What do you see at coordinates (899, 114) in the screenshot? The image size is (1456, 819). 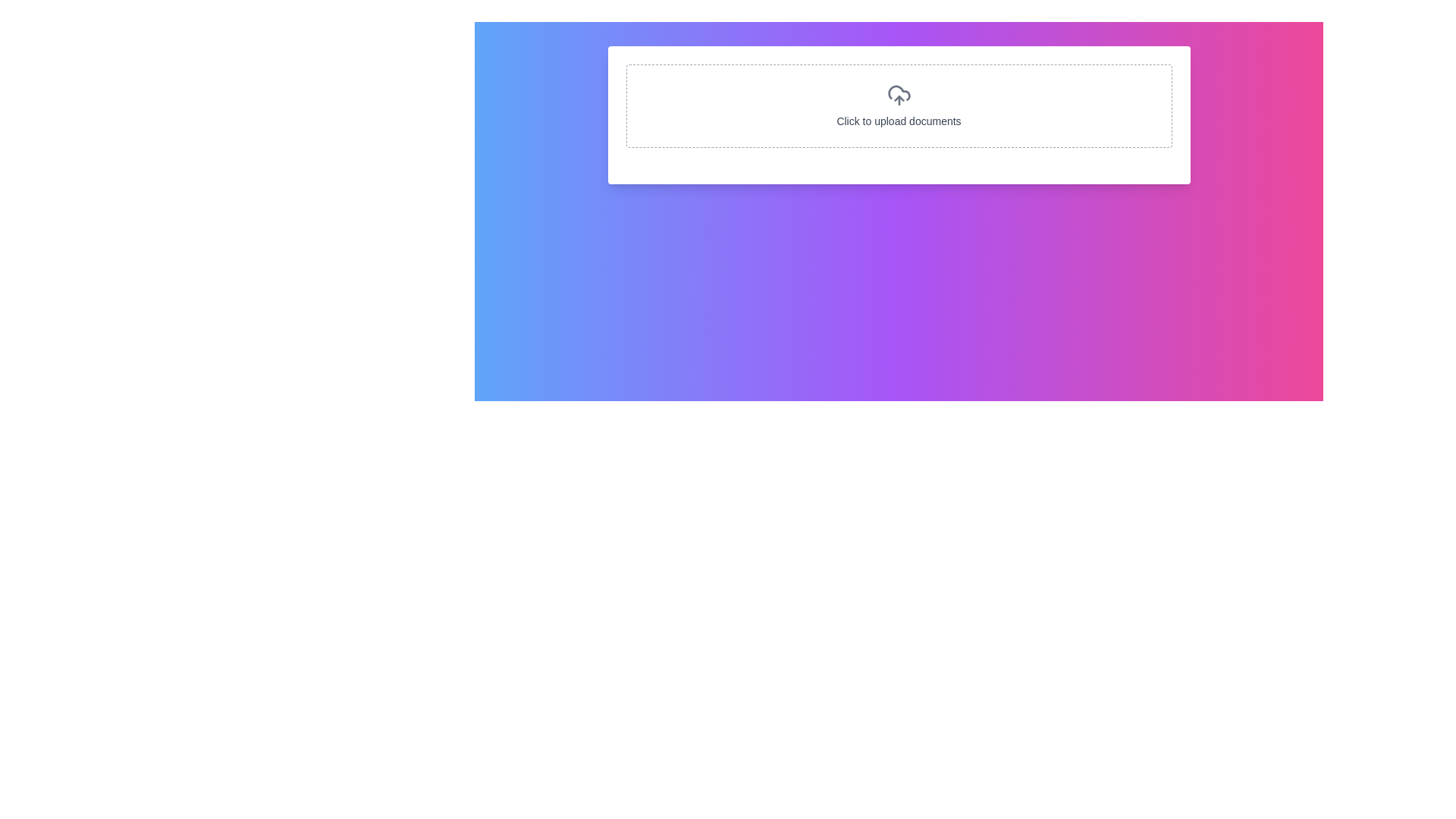 I see `the Upload button, which is a white rectangular area with rounded corners and contains an upload icon and the label 'Click to upload documents'` at bounding box center [899, 114].